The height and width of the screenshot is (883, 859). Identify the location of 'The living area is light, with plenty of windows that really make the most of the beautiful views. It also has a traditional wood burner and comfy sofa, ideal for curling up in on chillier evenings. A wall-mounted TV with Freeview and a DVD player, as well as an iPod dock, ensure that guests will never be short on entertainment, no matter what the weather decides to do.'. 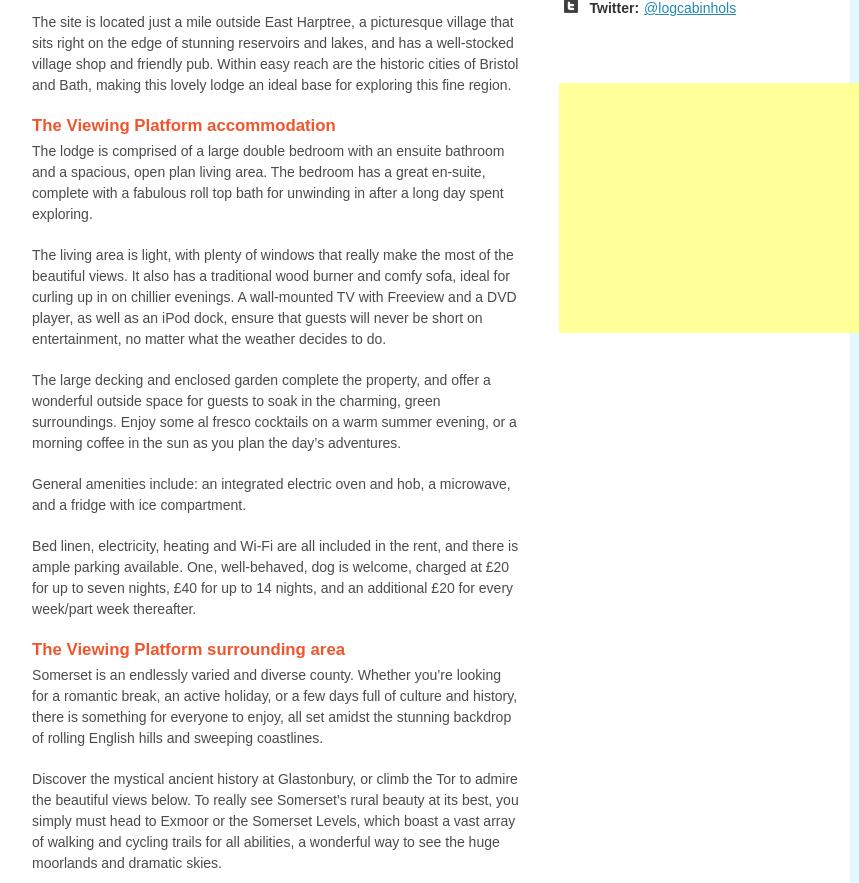
(273, 297).